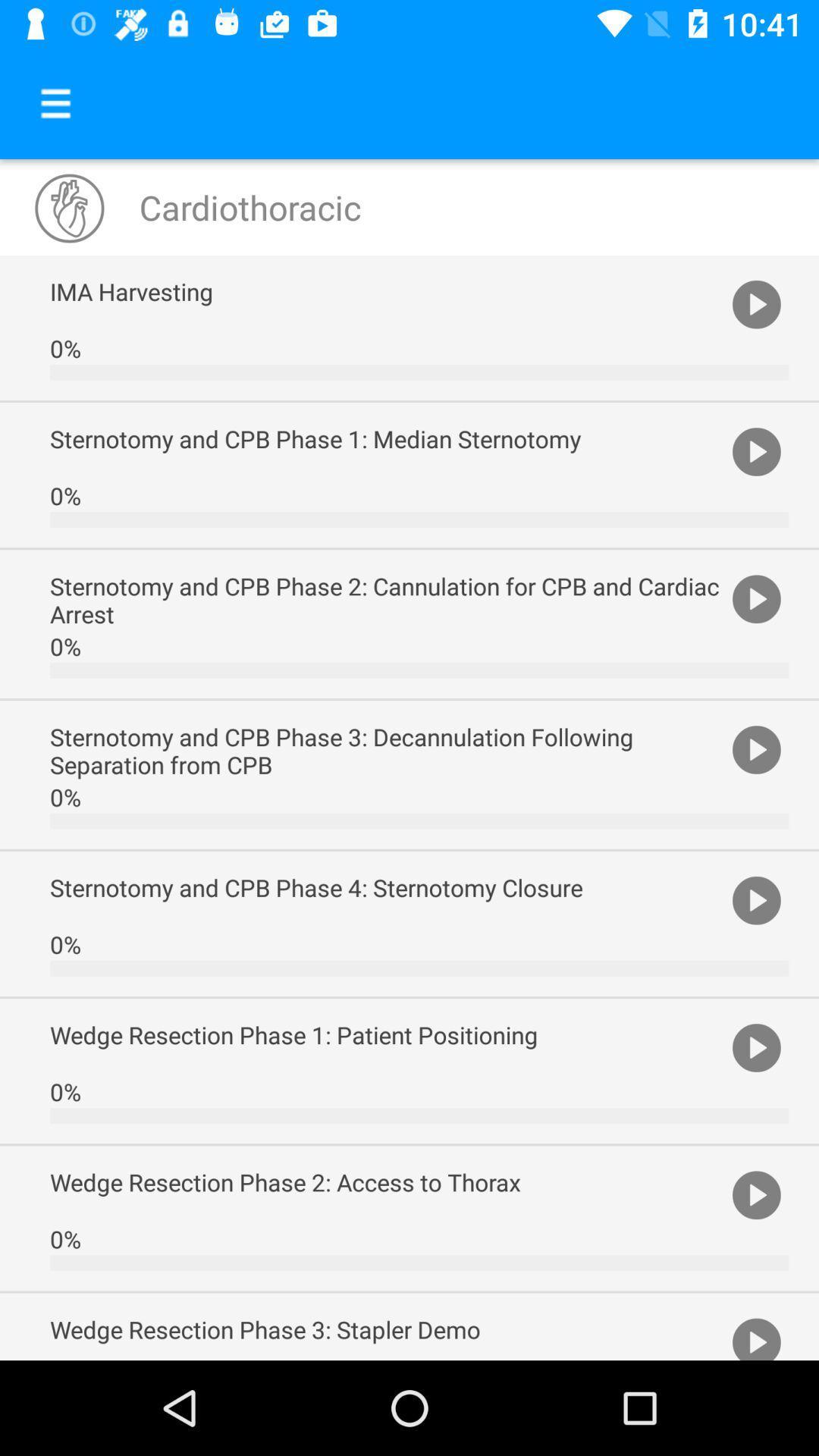 Image resolution: width=819 pixels, height=1456 pixels. Describe the element at coordinates (756, 899) in the screenshot. I see `the item to the right of the sternotomy and cpb` at that location.